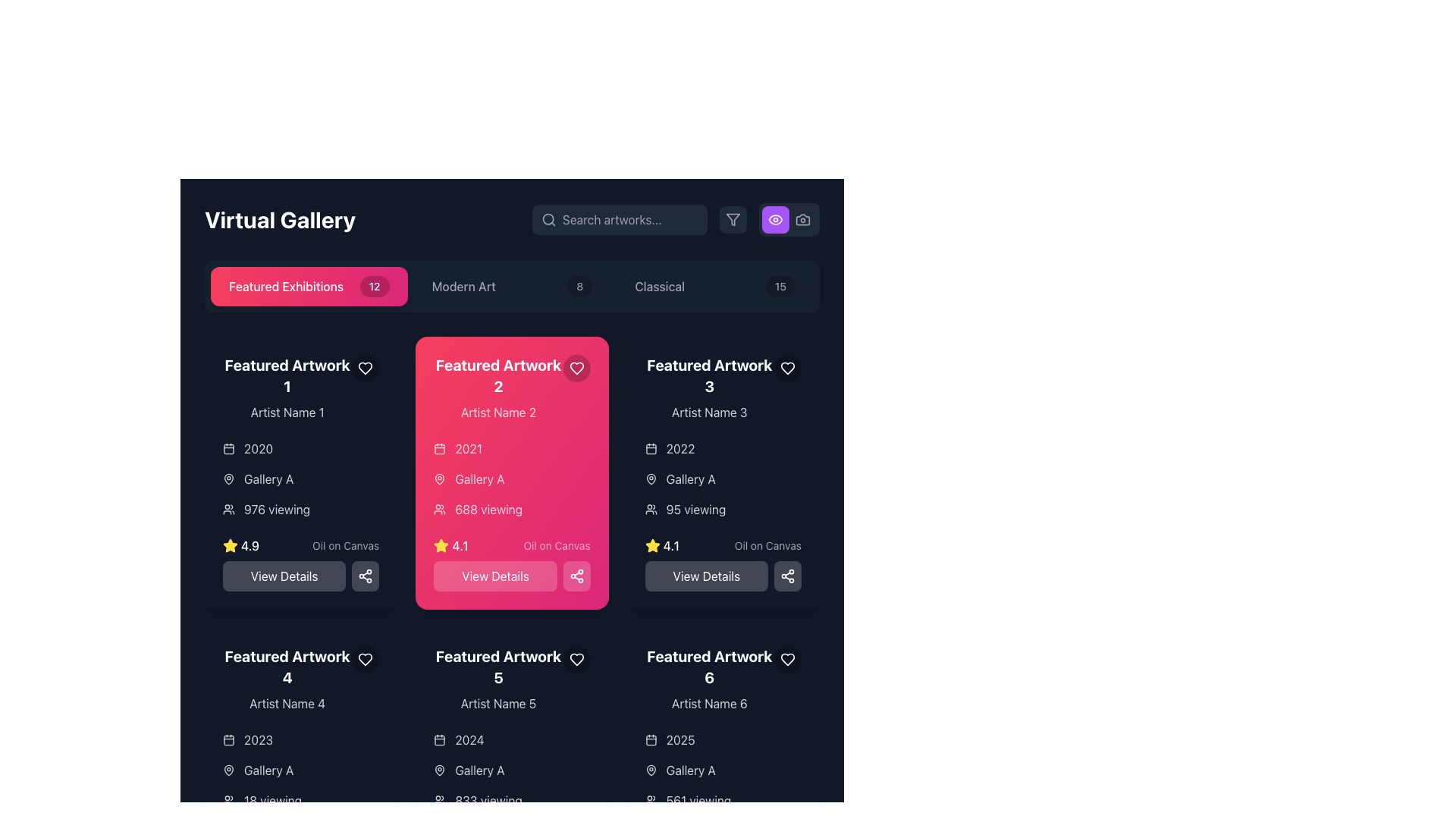 The width and height of the screenshot is (1456, 819). Describe the element at coordinates (787, 576) in the screenshot. I see `the share button located at the bottom-right corner of the 'Featured Artwork 3' card` at that location.